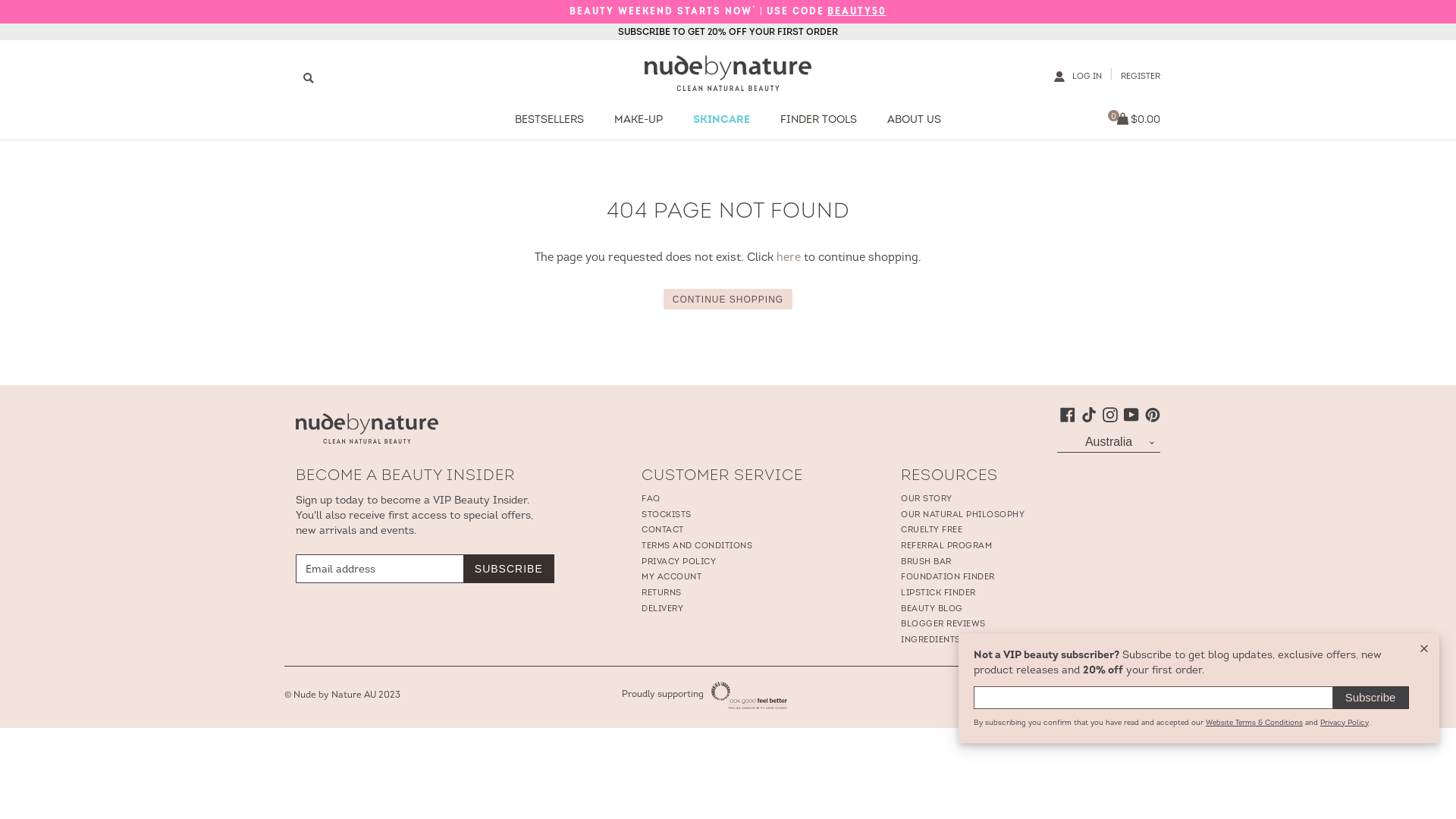  What do you see at coordinates (677, 562) in the screenshot?
I see `'PRIVACY POLICY'` at bounding box center [677, 562].